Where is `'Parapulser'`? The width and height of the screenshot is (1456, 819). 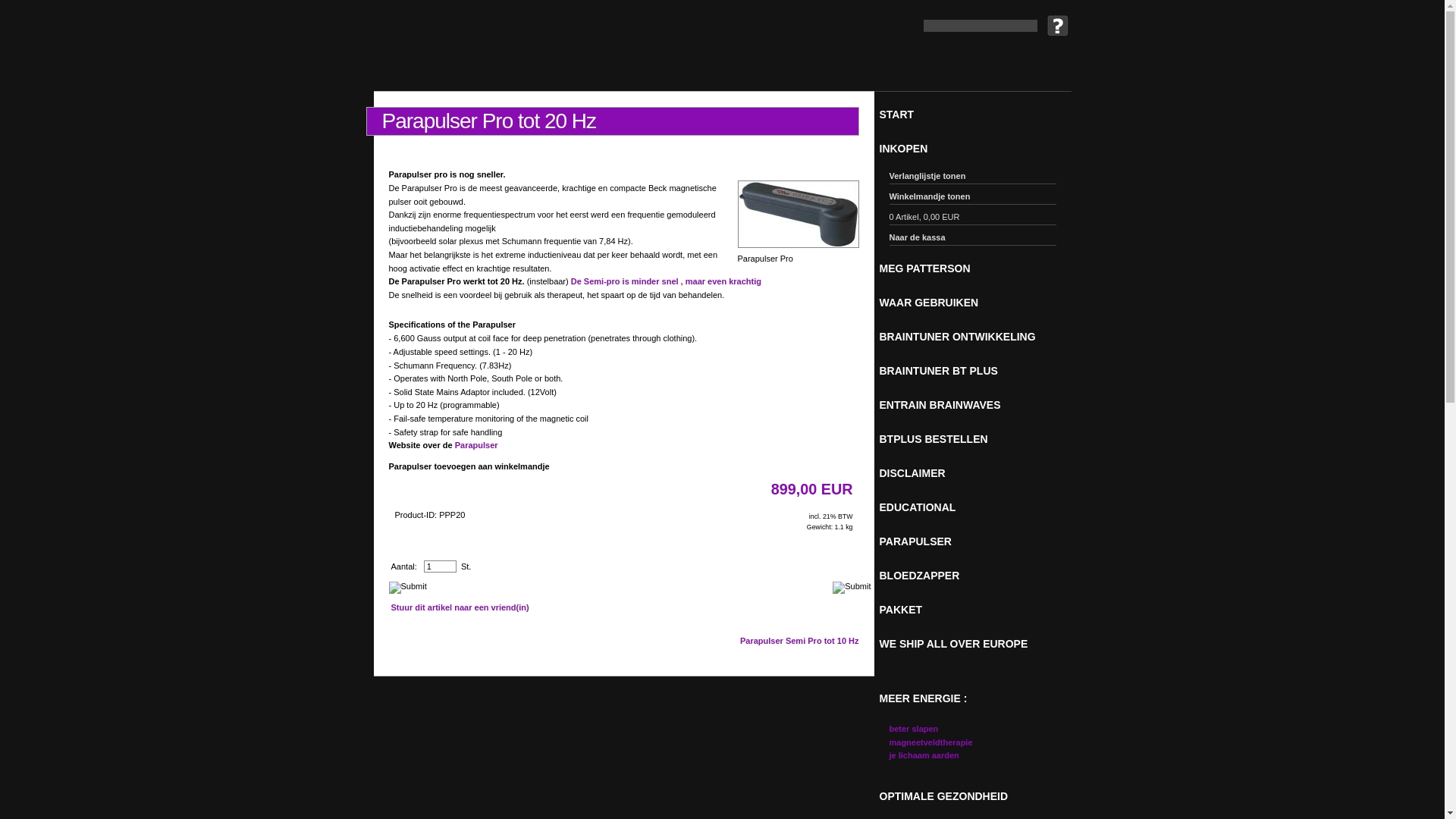 'Parapulser' is located at coordinates (475, 444).